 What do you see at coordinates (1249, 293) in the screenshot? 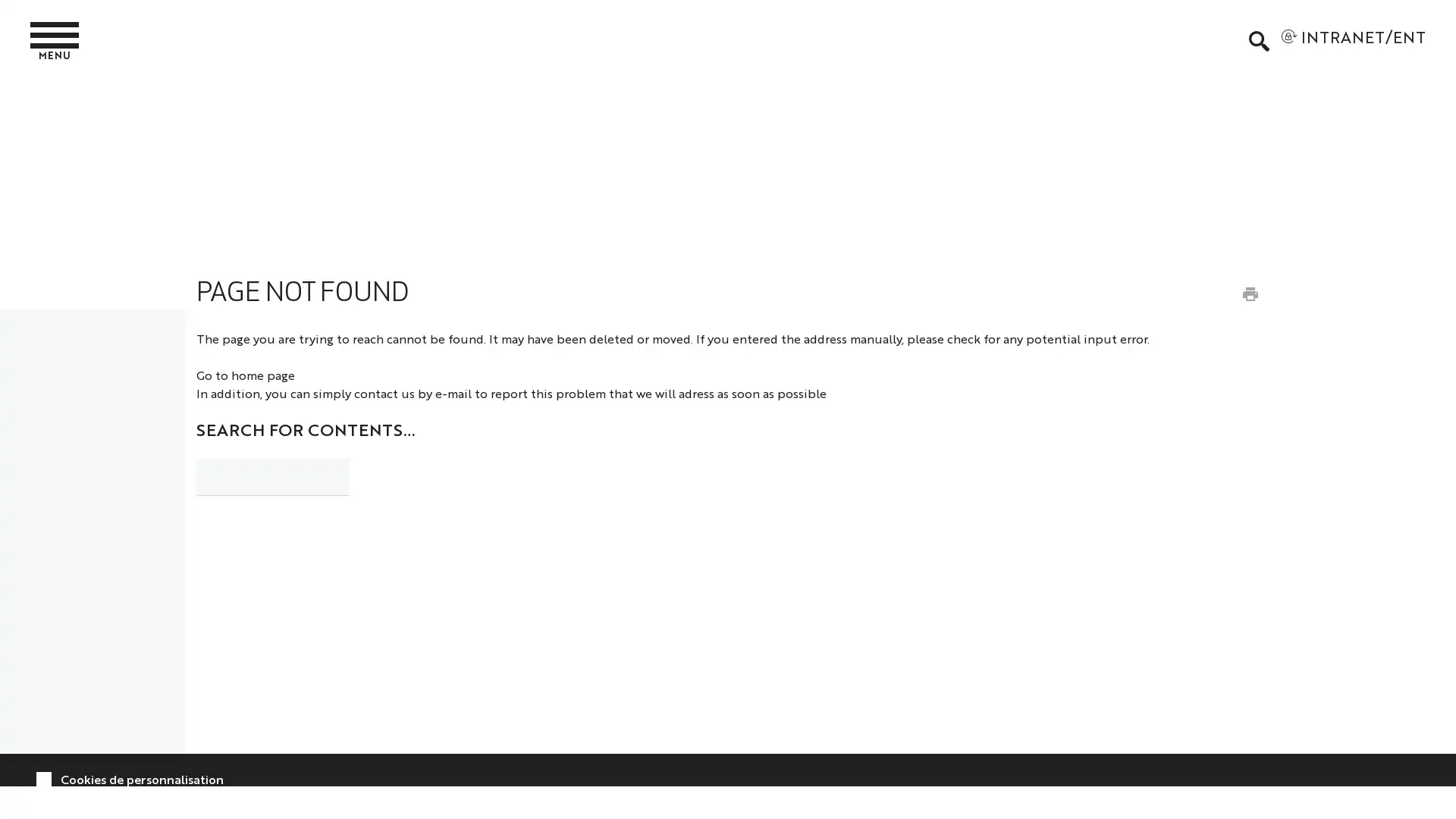
I see `Print` at bounding box center [1249, 293].